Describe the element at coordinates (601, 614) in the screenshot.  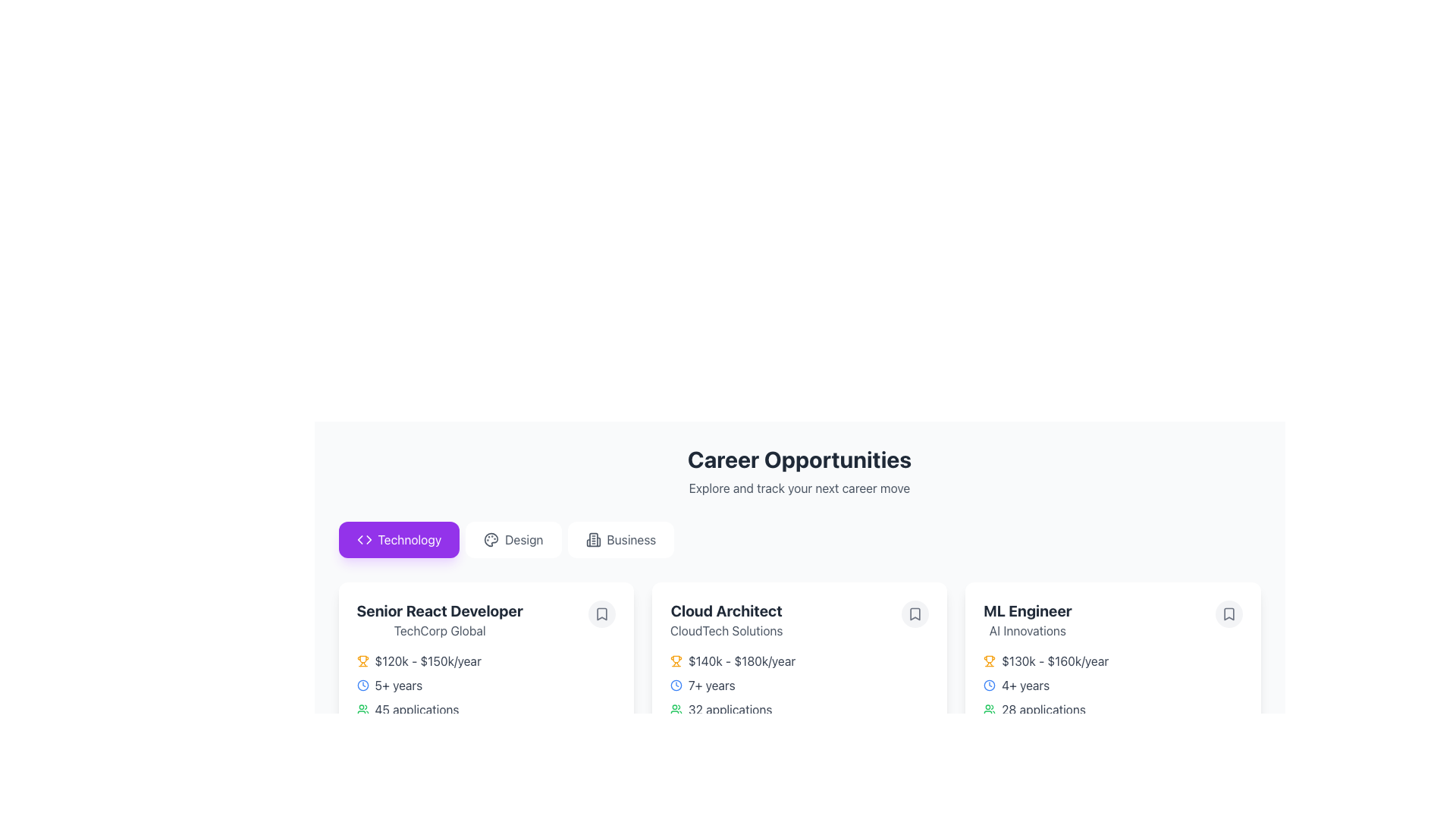
I see `the bookmark icon located at the top-right corner of the 'Cloud Architect' card` at that location.